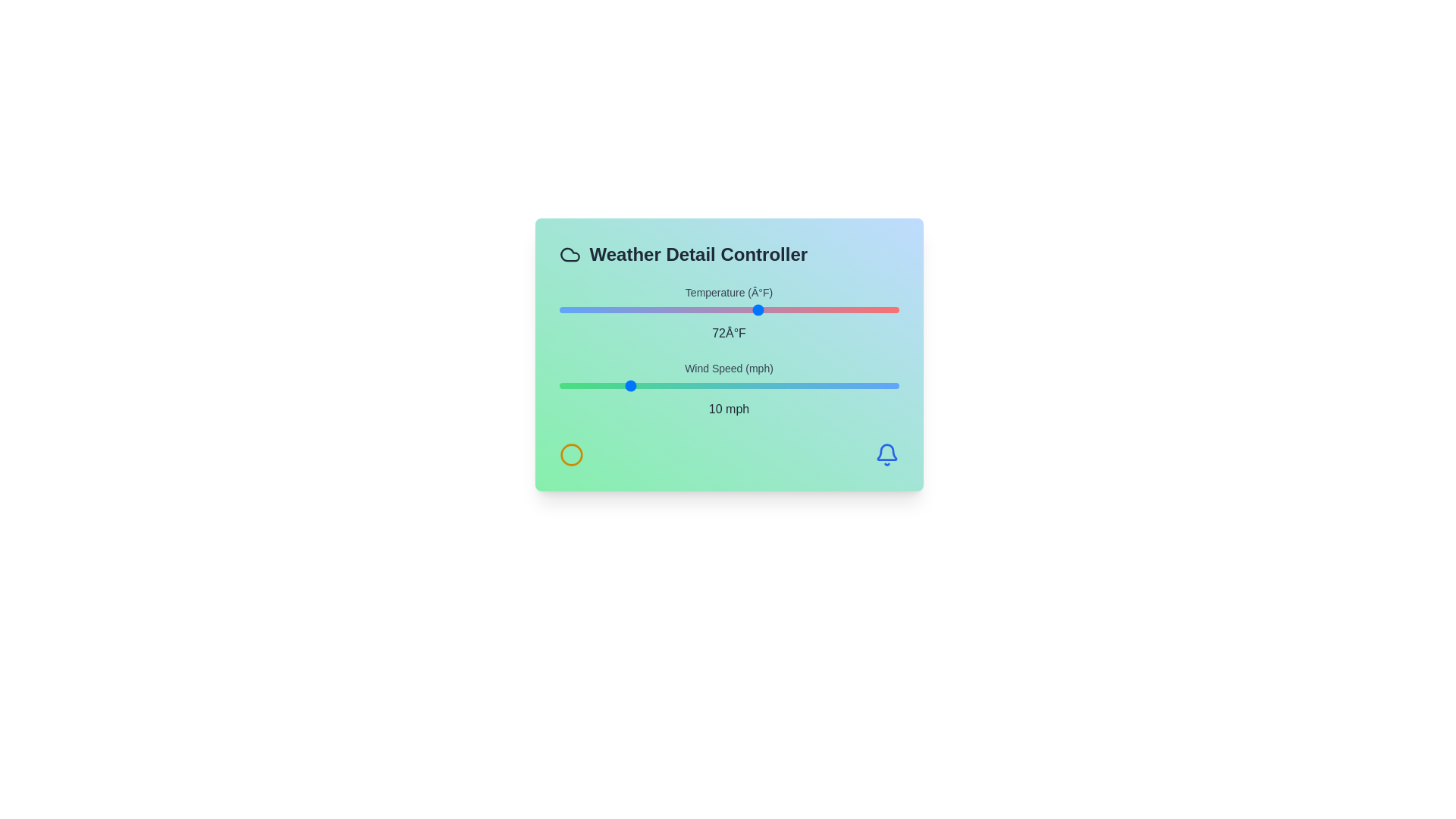 This screenshot has width=1456, height=819. I want to click on the circle icon, so click(570, 454).